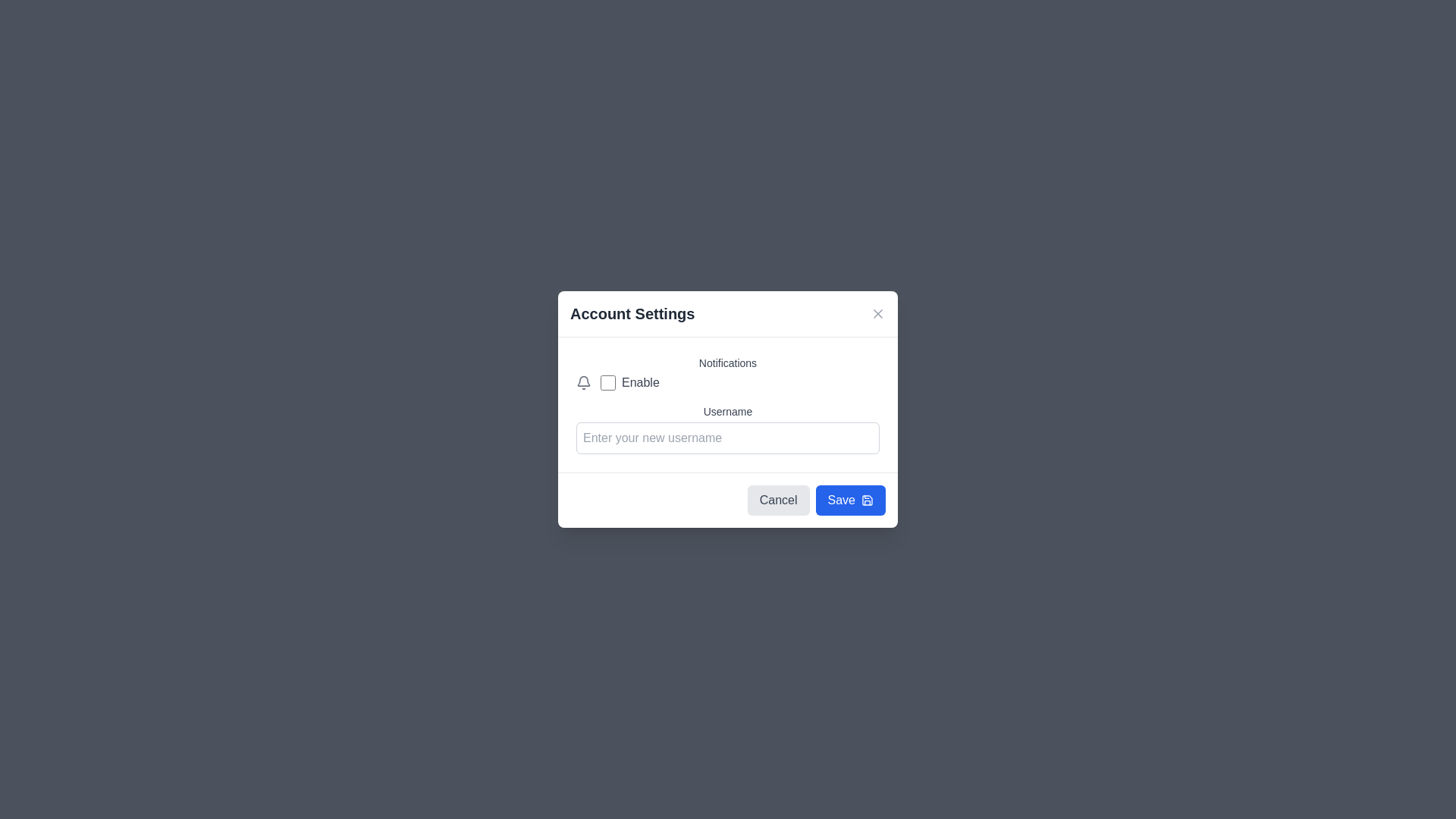 The width and height of the screenshot is (1456, 819). What do you see at coordinates (632, 312) in the screenshot?
I see `the 'Account Settings' static text element, which is a prominent header styled in dark gray` at bounding box center [632, 312].